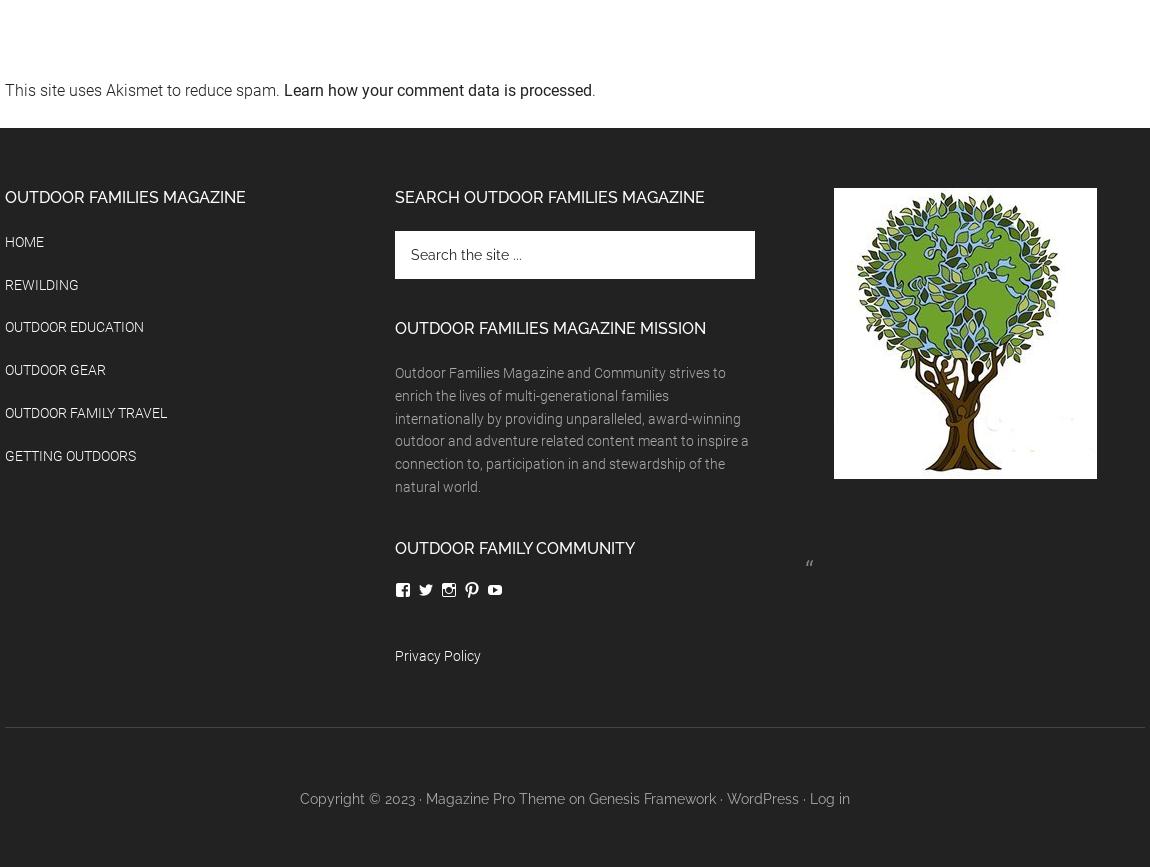 This screenshot has width=1150, height=867. What do you see at coordinates (3, 196) in the screenshot?
I see `'OUTDOOR FAMILIES MAGAZINE'` at bounding box center [3, 196].